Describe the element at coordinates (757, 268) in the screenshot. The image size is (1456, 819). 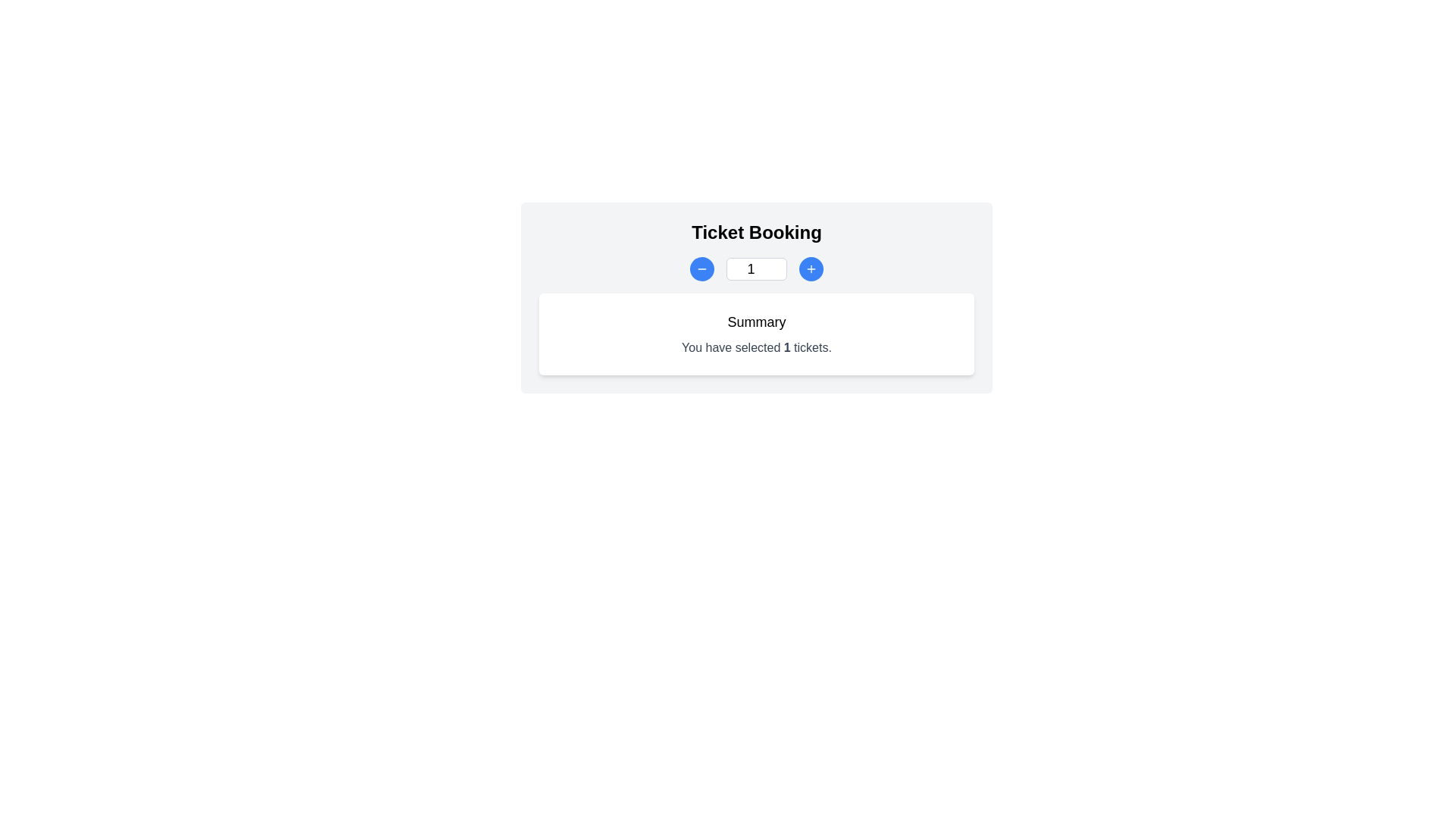
I see `the number input field that allows modification of ticket quantity, which is centrally aligned between two blue circular buttons with minus and plus icons` at that location.